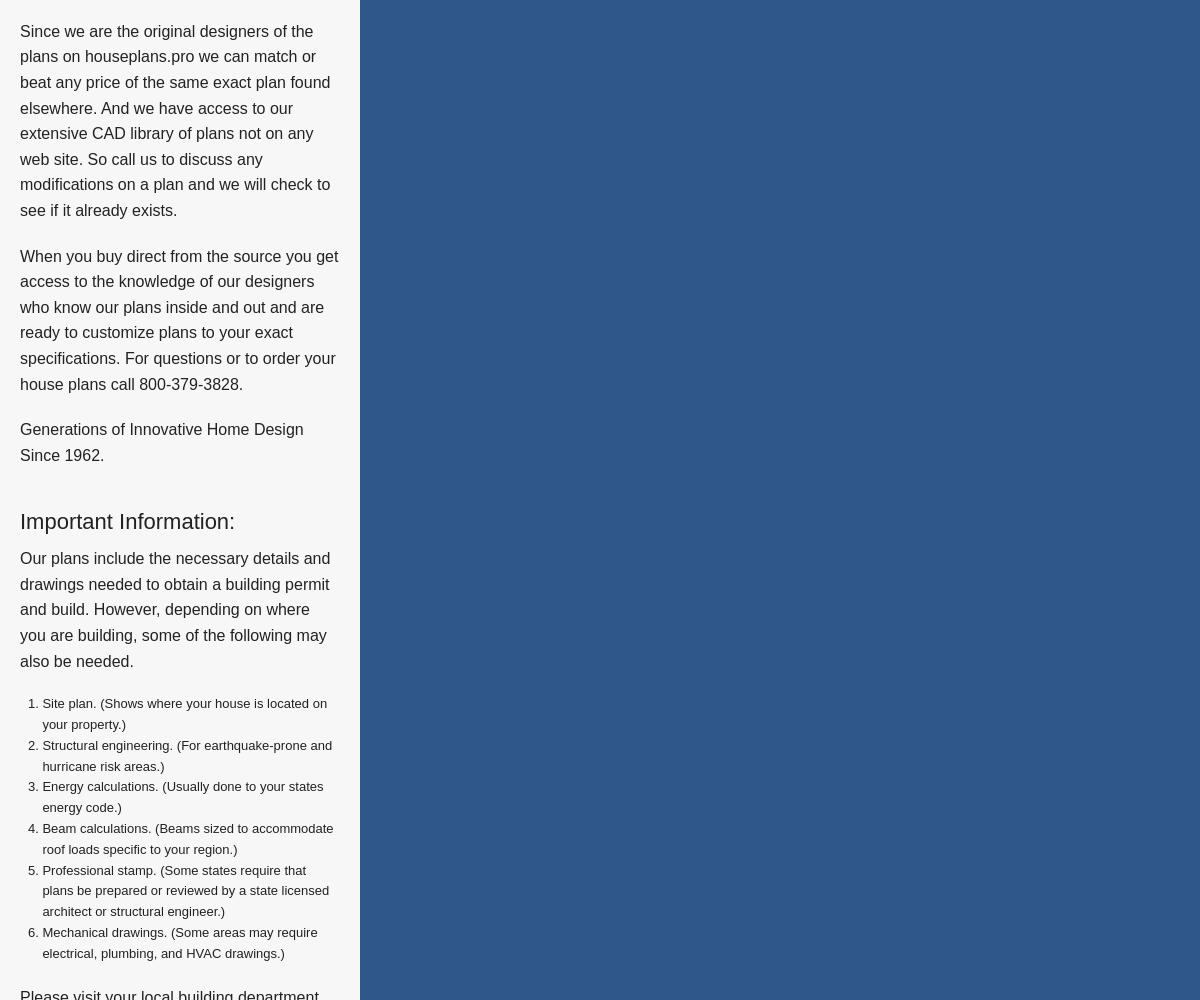 The height and width of the screenshot is (1000, 1200). I want to click on 'Professional stamp. (Some states require that plans be prepared or reviewed by a state licensed architect or structural engineer.)', so click(184, 890).